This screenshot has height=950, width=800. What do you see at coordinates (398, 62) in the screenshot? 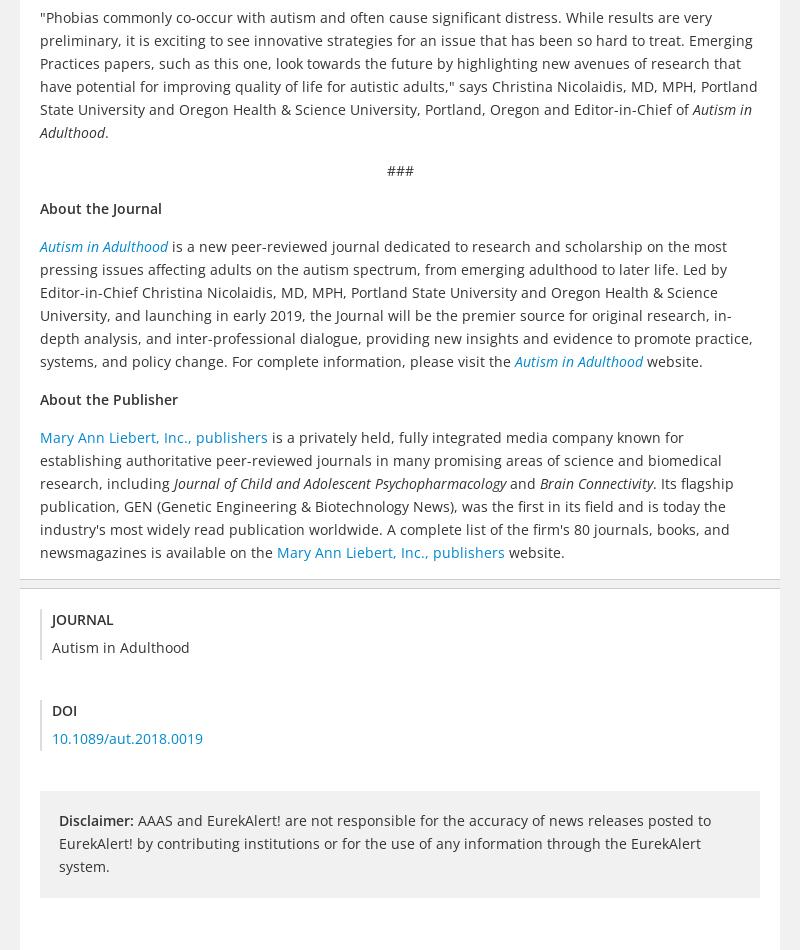
I see `'"Phobias commonly co-occur with autism and often cause significant distress. While results are very preliminary, it is exciting to see innovative strategies for an issue that has been so hard to treat. Emerging Practices papers, such as this one, look towards the future by highlighting new avenues of research that have potential for improving quality of life for autistic adults," says Christina Nicolaidis, MD, MPH, Portland State University and Oregon Health & Science University, Portland, Oregon and Editor-in-Chief of'` at bounding box center [398, 62].